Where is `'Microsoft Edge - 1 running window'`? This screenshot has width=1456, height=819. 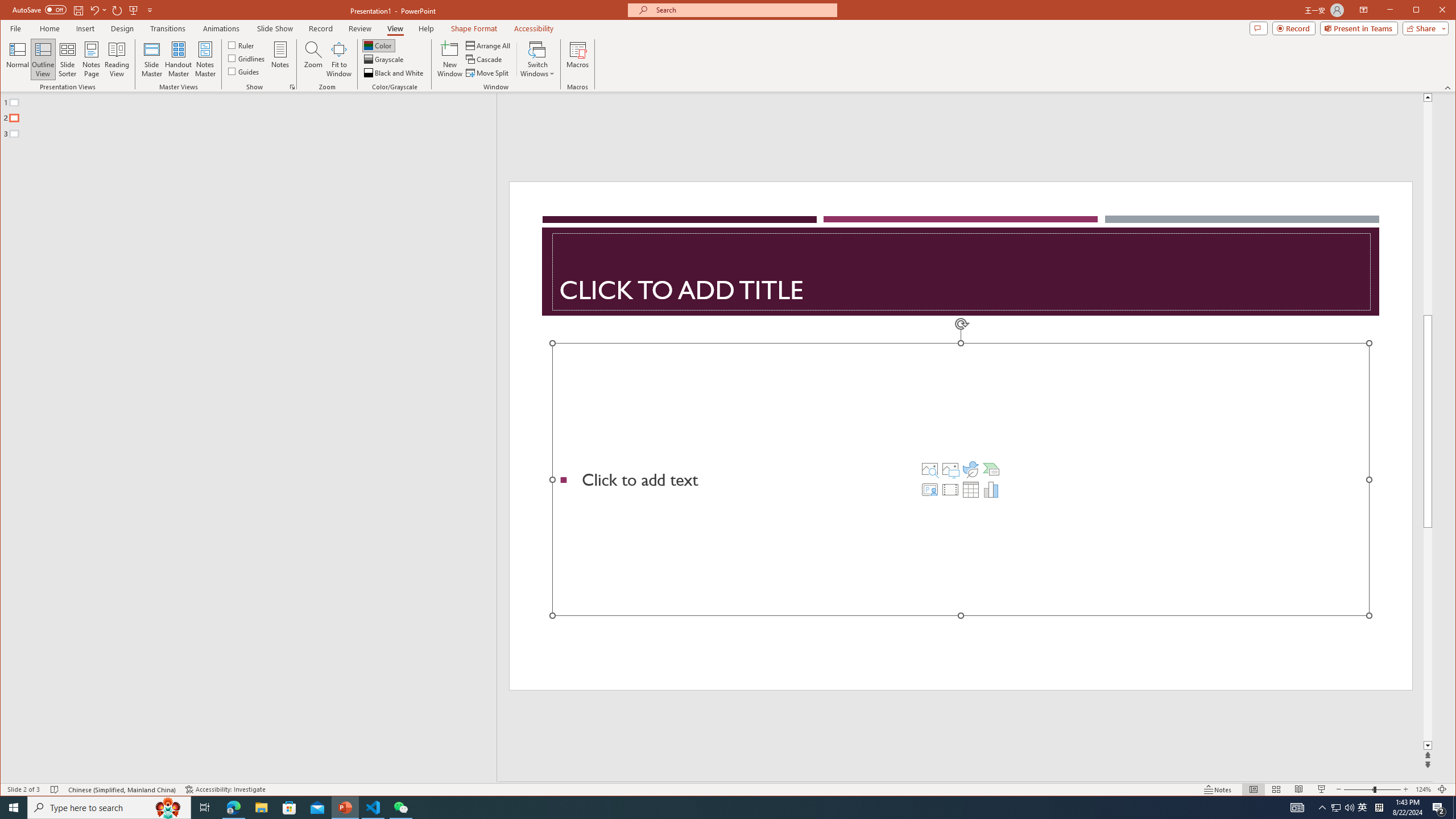
'Microsoft Edge - 1 running window' is located at coordinates (233, 806).